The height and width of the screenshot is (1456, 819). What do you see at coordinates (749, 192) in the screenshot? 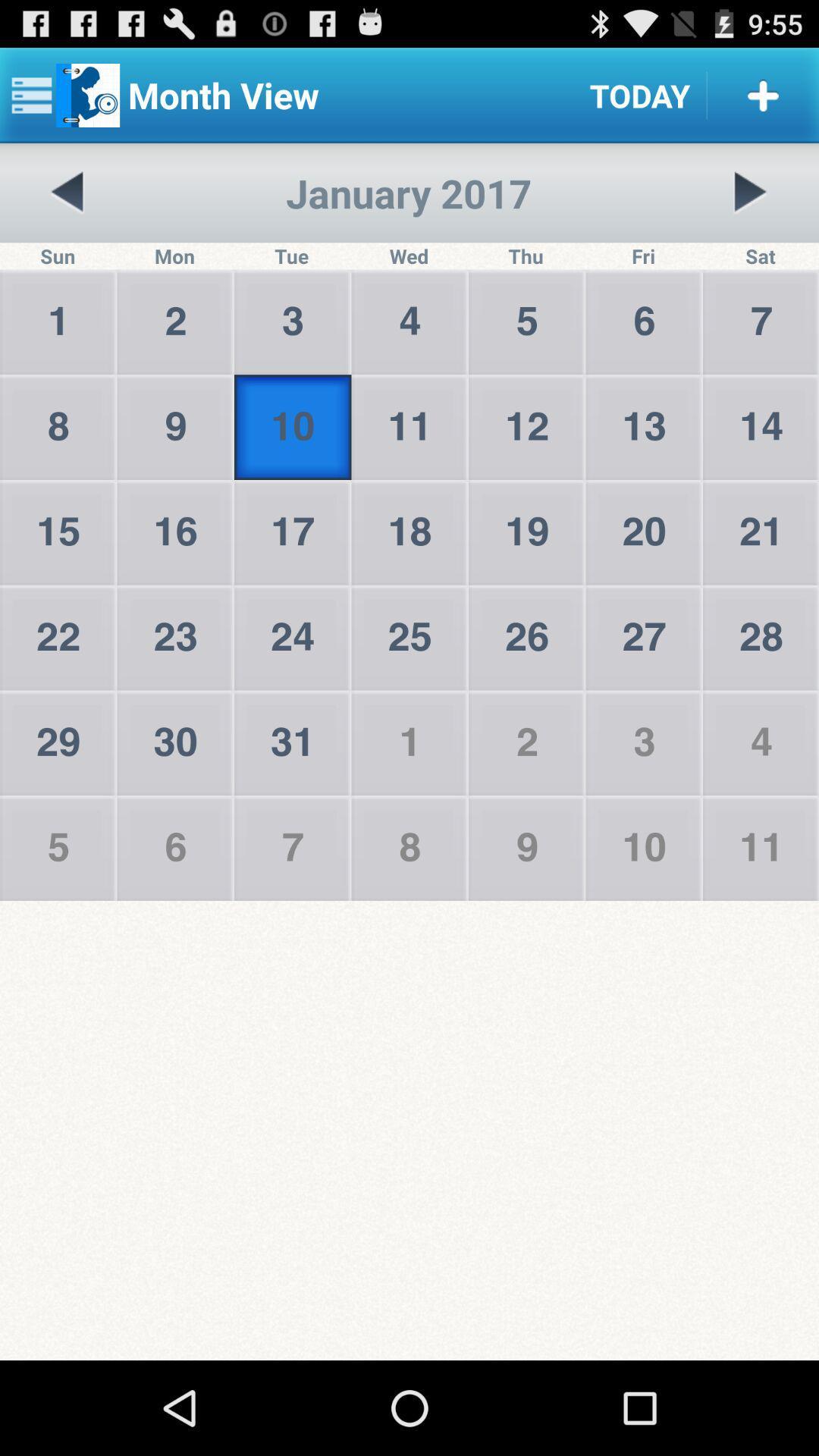
I see `icon above the fri icon` at bounding box center [749, 192].